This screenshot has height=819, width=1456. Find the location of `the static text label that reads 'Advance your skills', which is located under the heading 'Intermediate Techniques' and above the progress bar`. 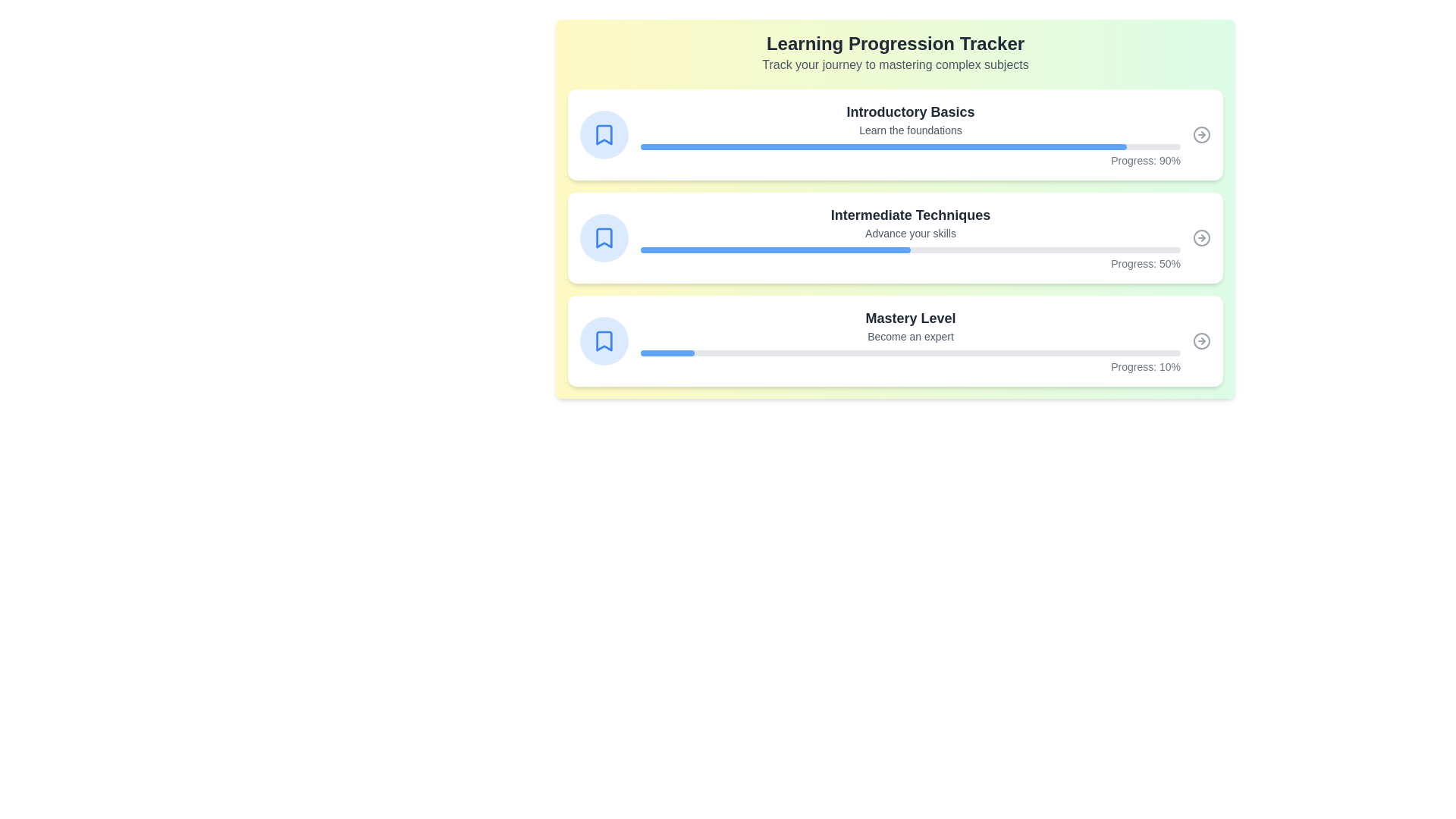

the static text label that reads 'Advance your skills', which is located under the heading 'Intermediate Techniques' and above the progress bar is located at coordinates (910, 234).